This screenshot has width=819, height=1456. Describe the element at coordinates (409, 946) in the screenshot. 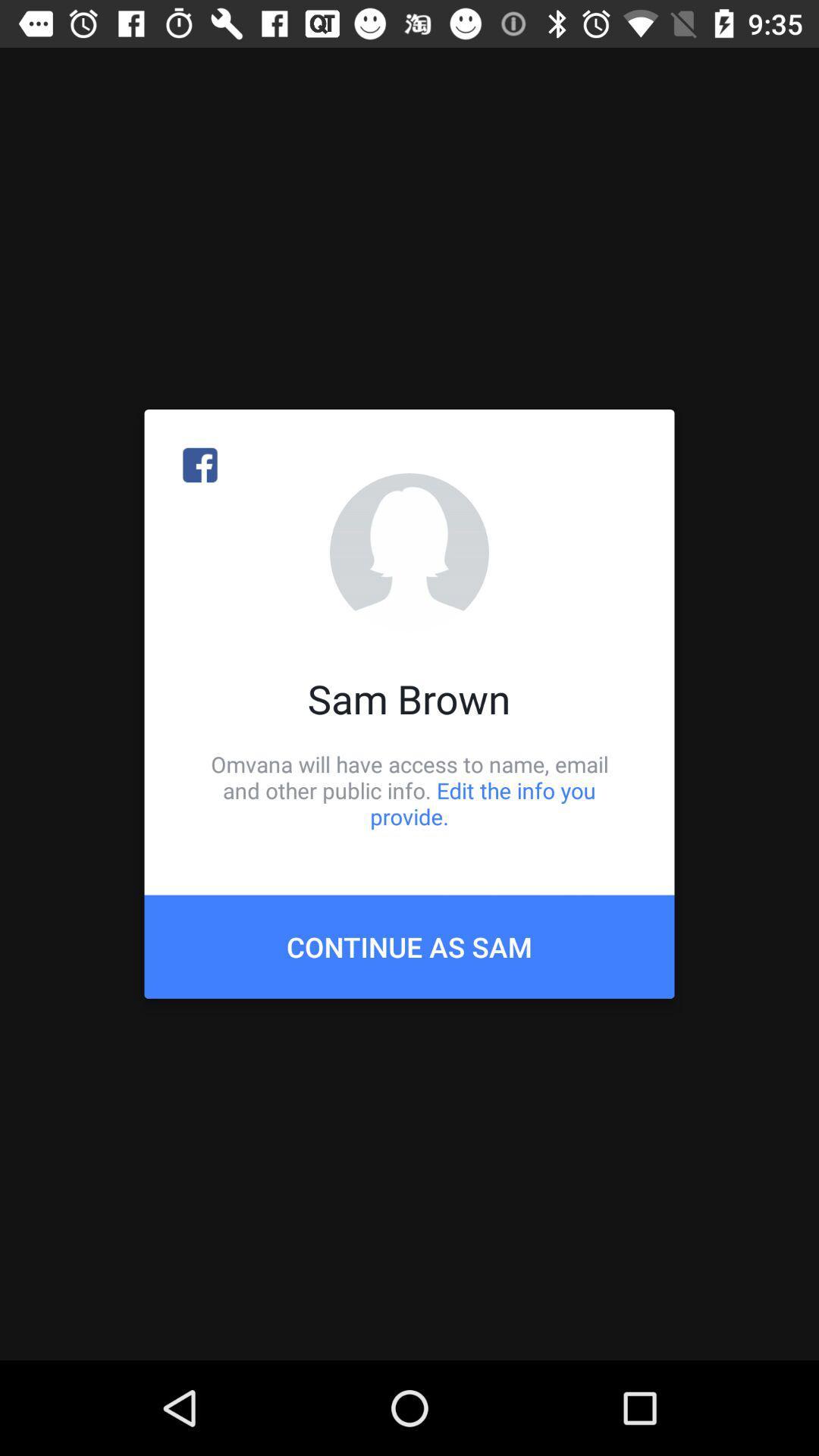

I see `continue as sam` at that location.